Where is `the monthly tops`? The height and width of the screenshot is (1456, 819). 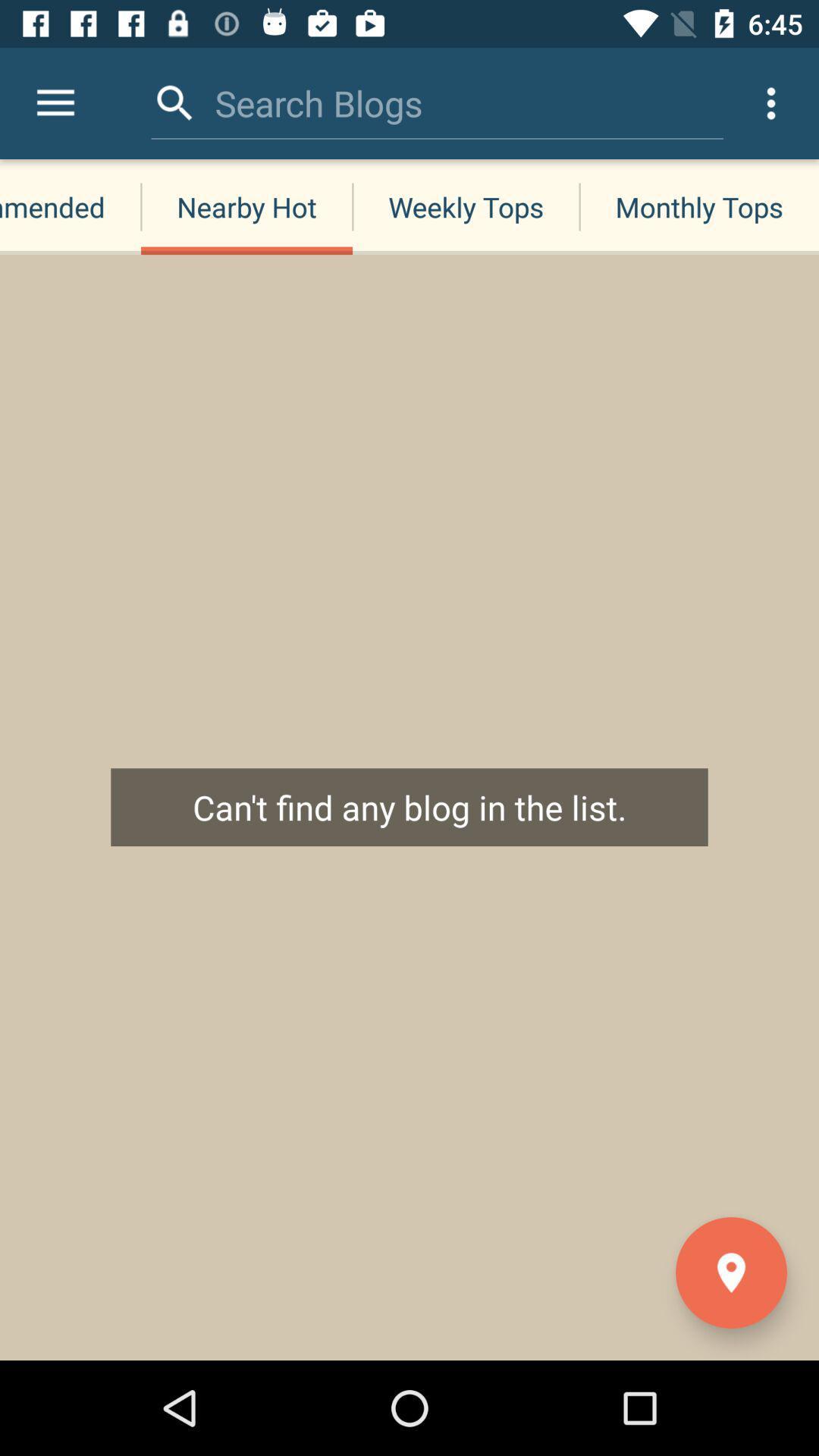 the monthly tops is located at coordinates (698, 206).